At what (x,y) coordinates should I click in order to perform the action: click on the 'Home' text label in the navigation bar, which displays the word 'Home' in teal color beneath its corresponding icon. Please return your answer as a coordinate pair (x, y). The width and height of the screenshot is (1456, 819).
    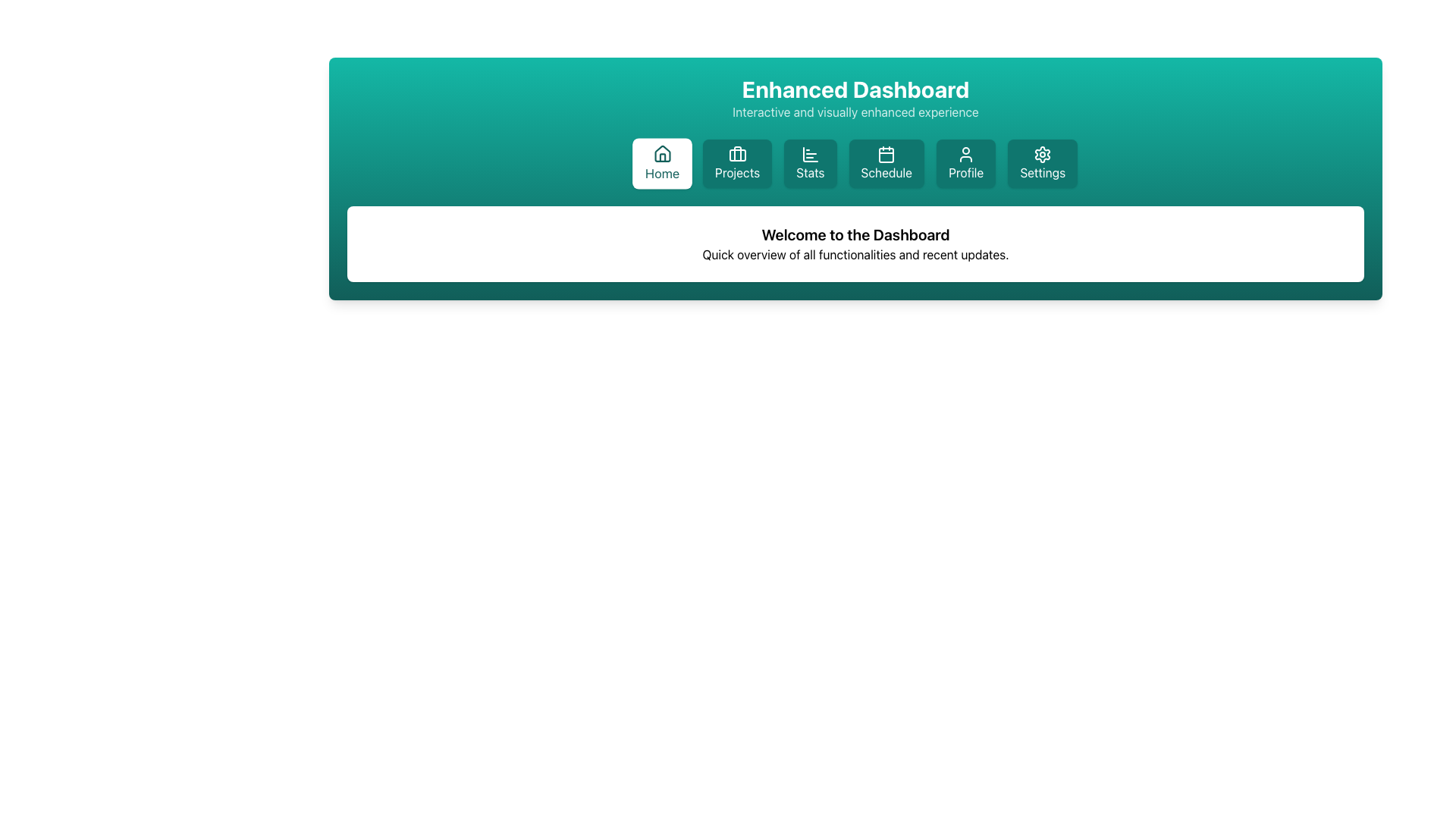
    Looking at the image, I should click on (662, 172).